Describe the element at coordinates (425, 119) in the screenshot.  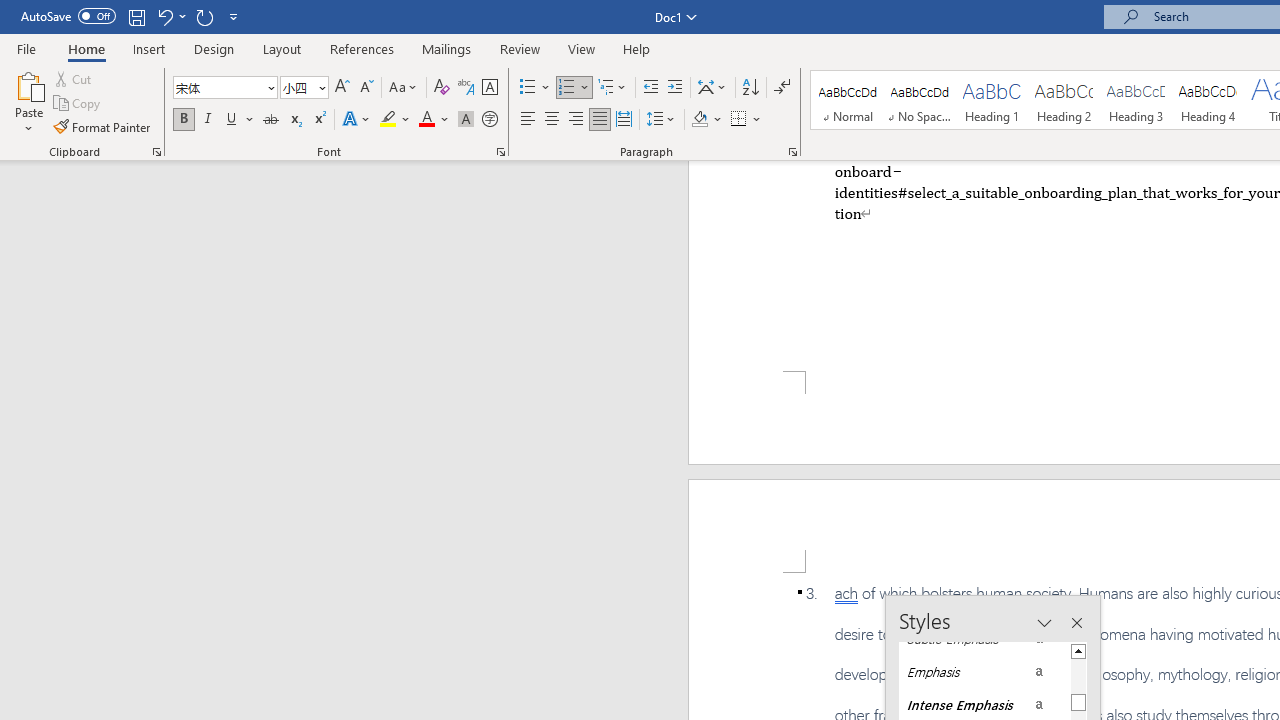
I see `'Font Color Automatic'` at that location.